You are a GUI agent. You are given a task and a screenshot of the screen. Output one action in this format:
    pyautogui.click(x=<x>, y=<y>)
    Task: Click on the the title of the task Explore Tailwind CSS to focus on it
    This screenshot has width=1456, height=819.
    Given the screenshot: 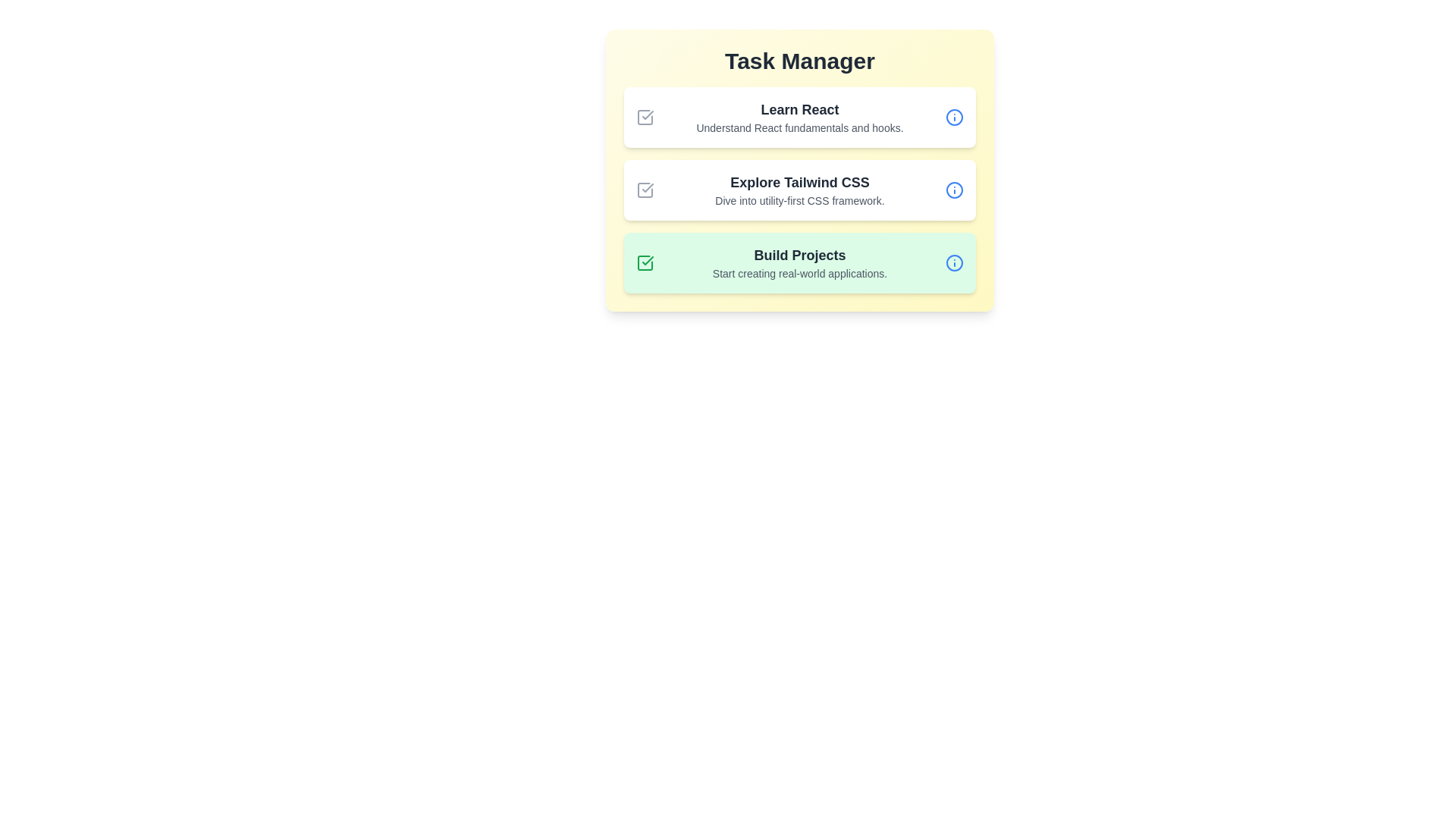 What is the action you would take?
    pyautogui.click(x=799, y=181)
    